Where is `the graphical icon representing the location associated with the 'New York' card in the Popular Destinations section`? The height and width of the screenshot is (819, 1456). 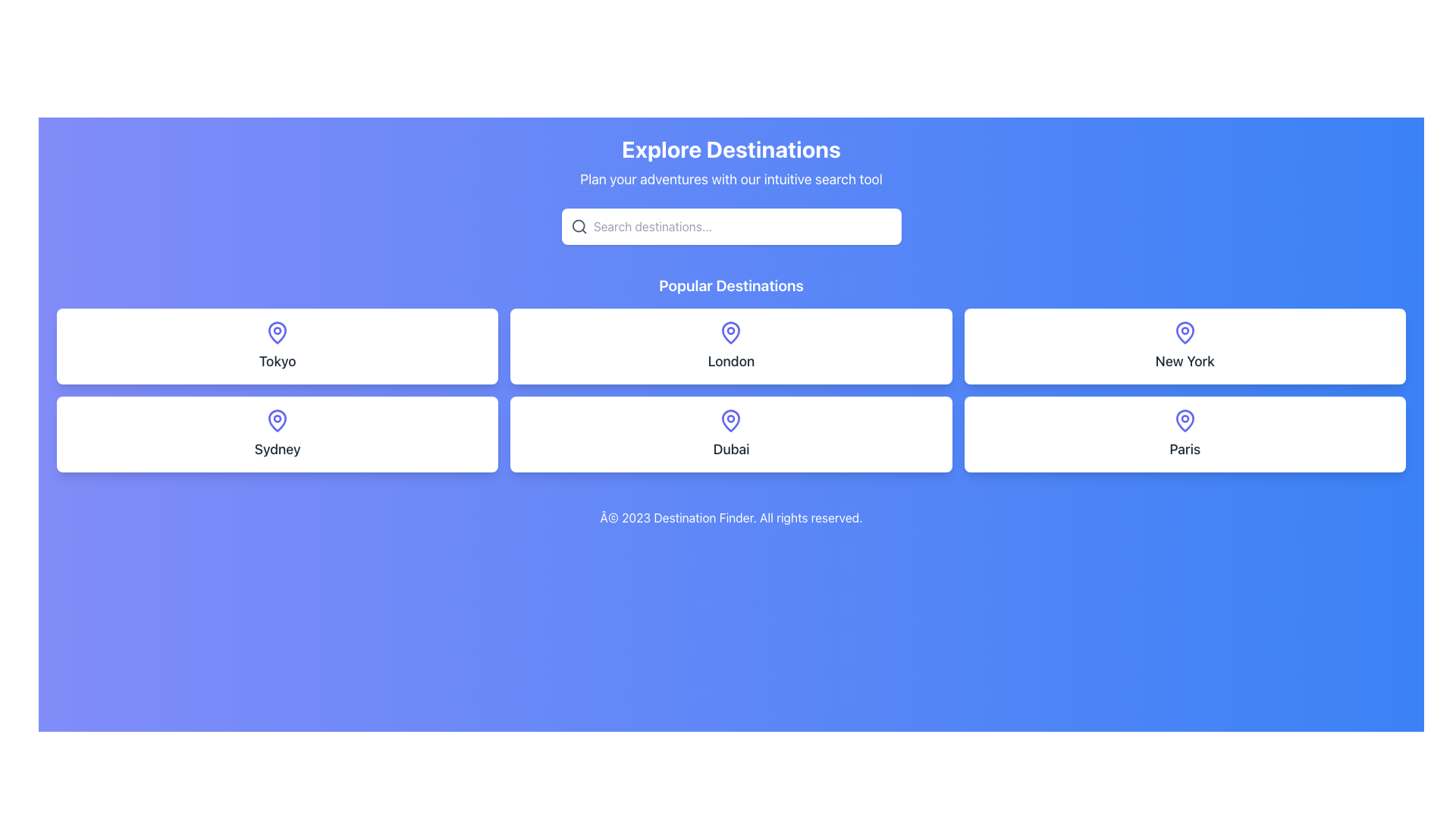
the graphical icon representing the location associated with the 'New York' card in the Popular Destinations section is located at coordinates (1184, 332).